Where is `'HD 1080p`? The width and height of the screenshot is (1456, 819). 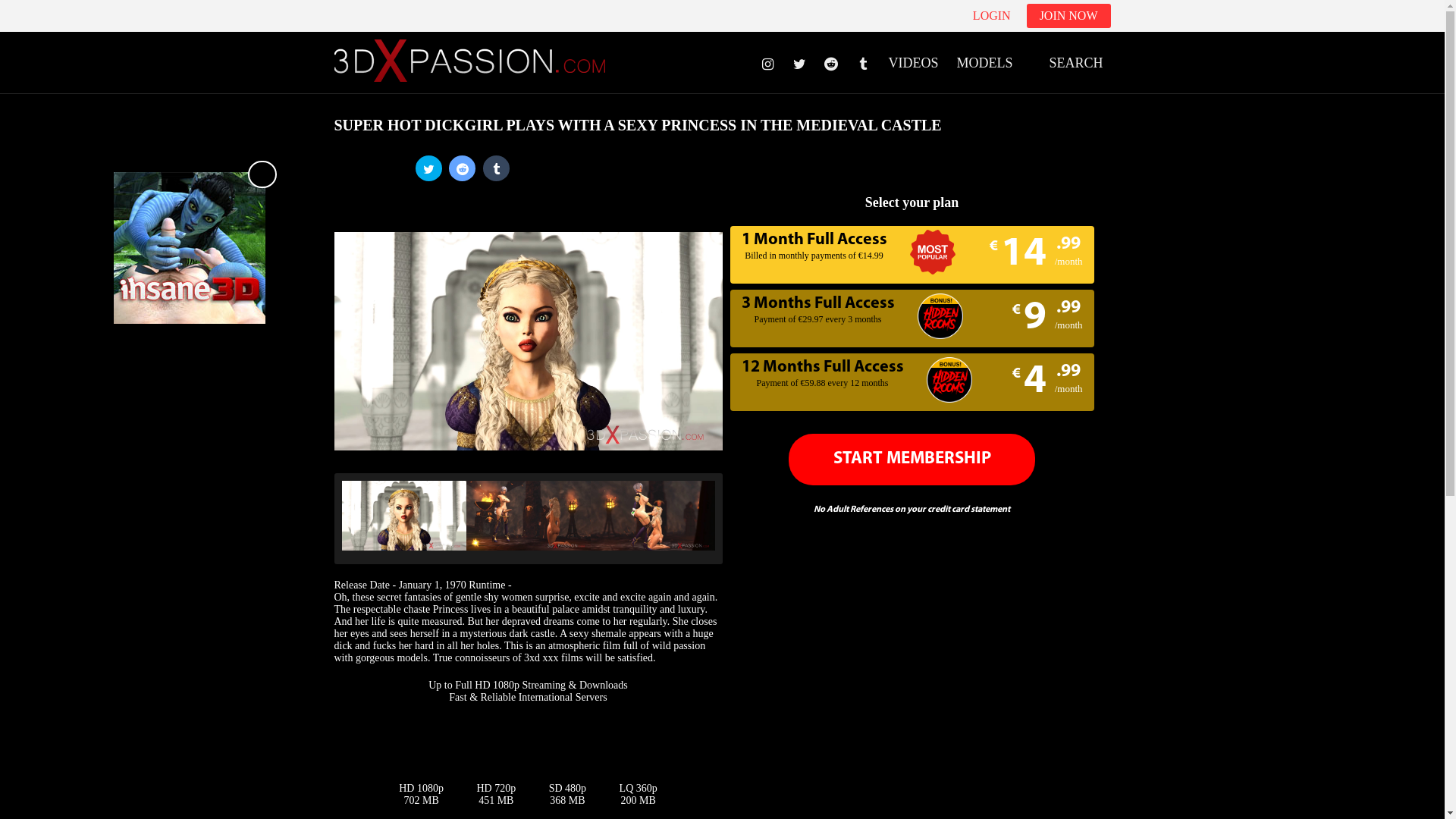
'HD 1080p is located at coordinates (421, 793).